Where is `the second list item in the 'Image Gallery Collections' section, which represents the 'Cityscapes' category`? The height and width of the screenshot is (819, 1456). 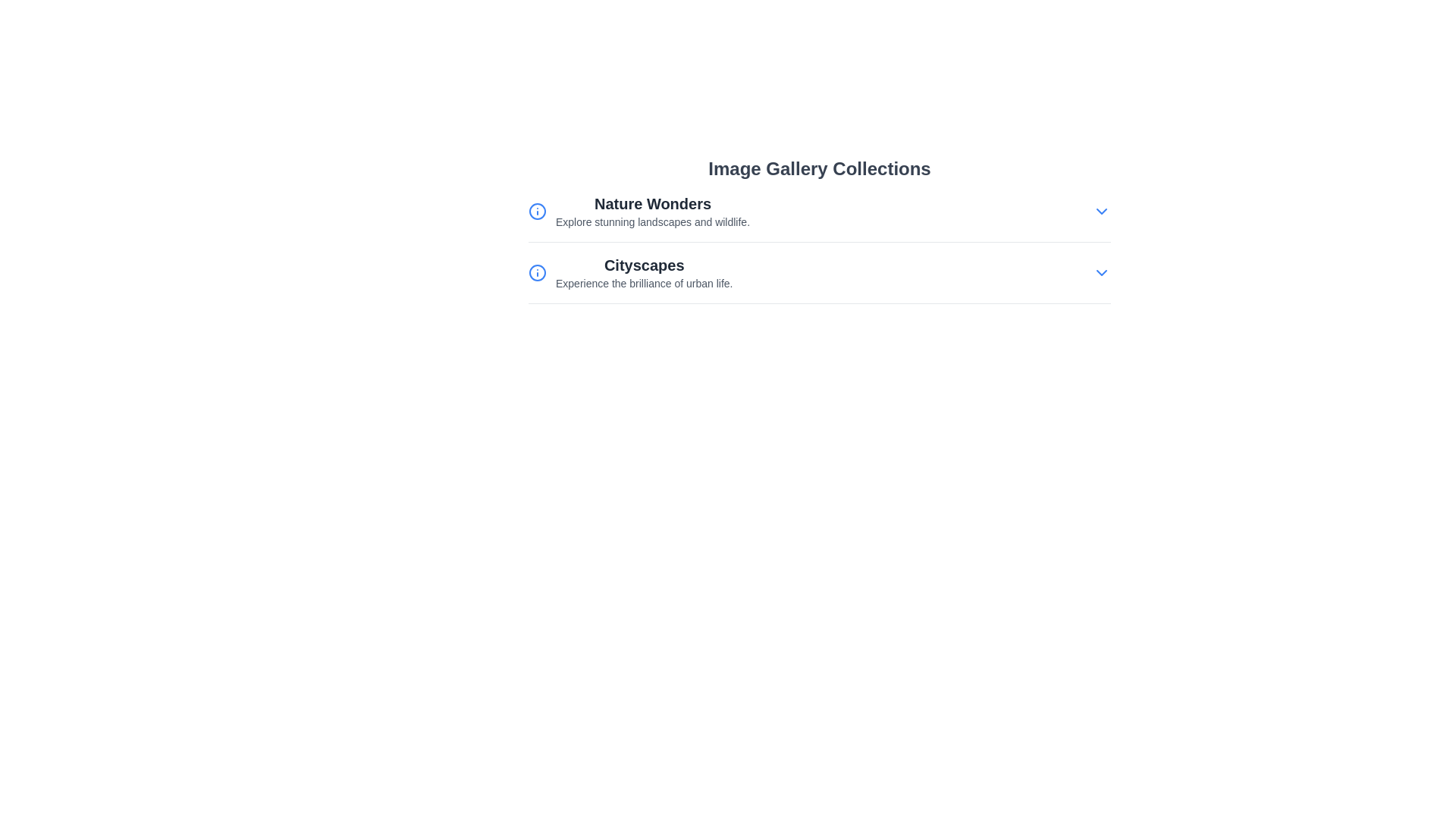
the second list item in the 'Image Gallery Collections' section, which represents the 'Cityscapes' category is located at coordinates (818, 279).